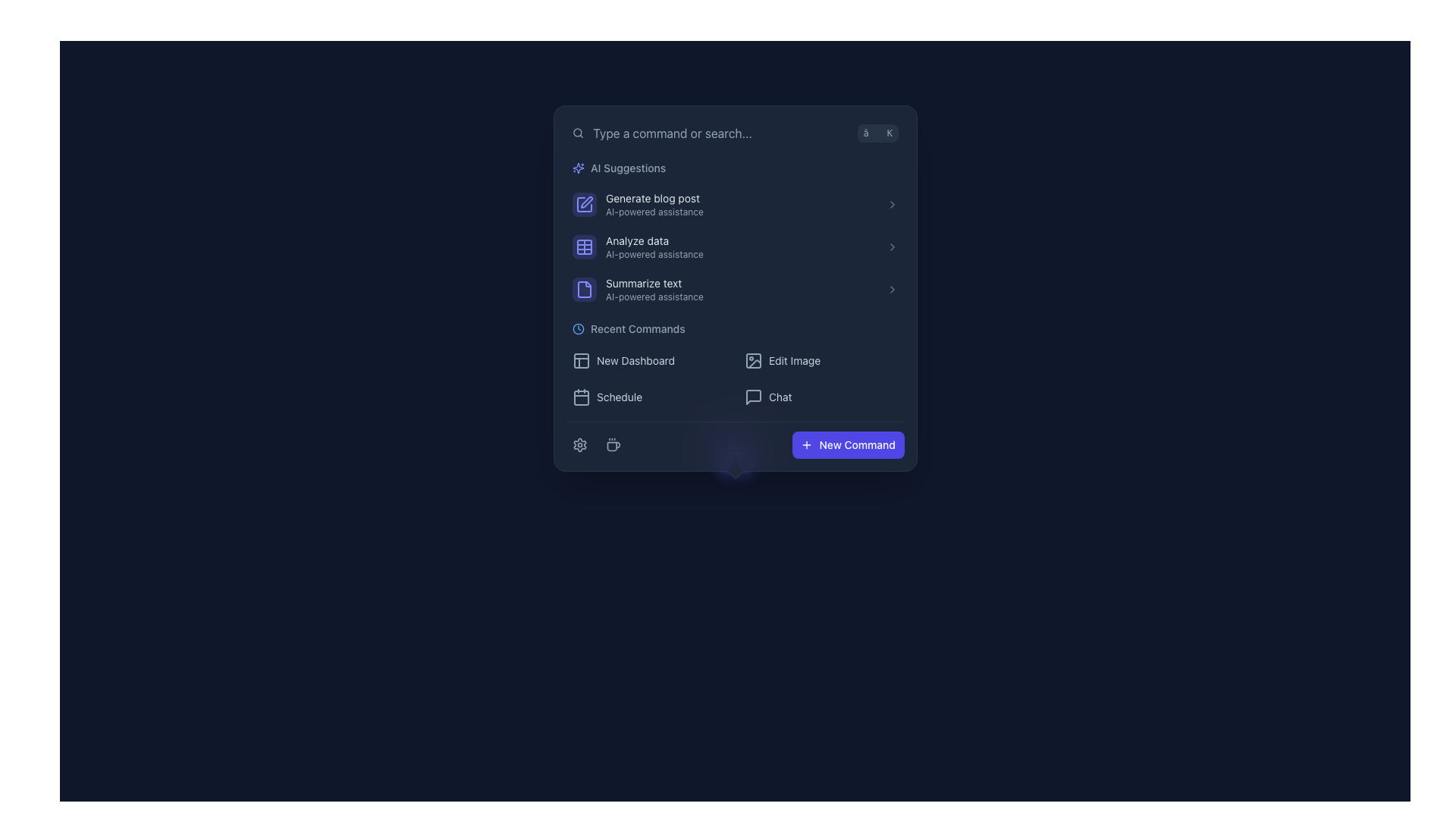 The image size is (1456, 819). What do you see at coordinates (753, 397) in the screenshot?
I see `the slate-gray speech bubble icon located to the left of the 'Chat' text in the menu` at bounding box center [753, 397].